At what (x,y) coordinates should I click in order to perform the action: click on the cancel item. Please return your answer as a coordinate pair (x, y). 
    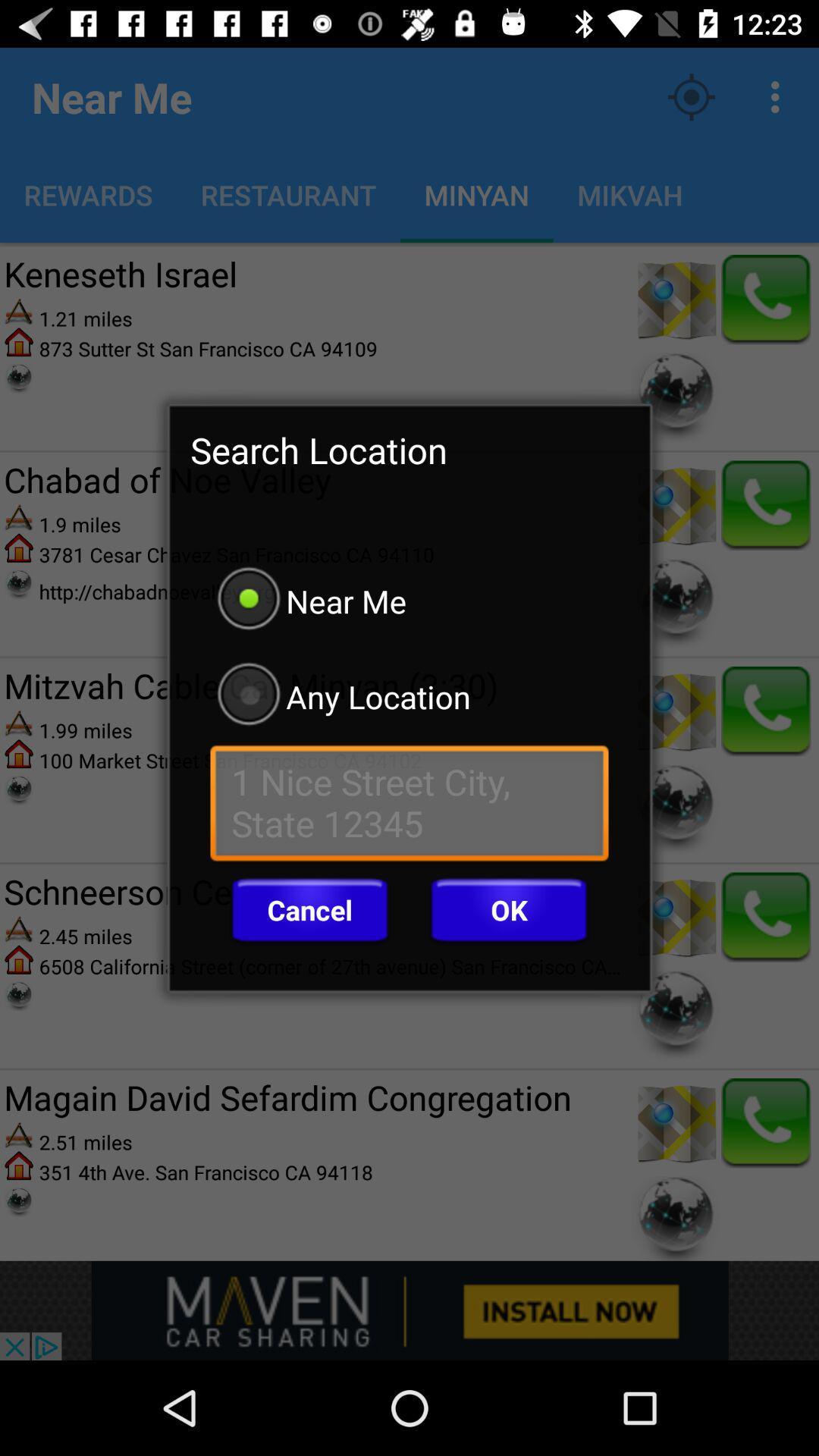
    Looking at the image, I should click on (309, 910).